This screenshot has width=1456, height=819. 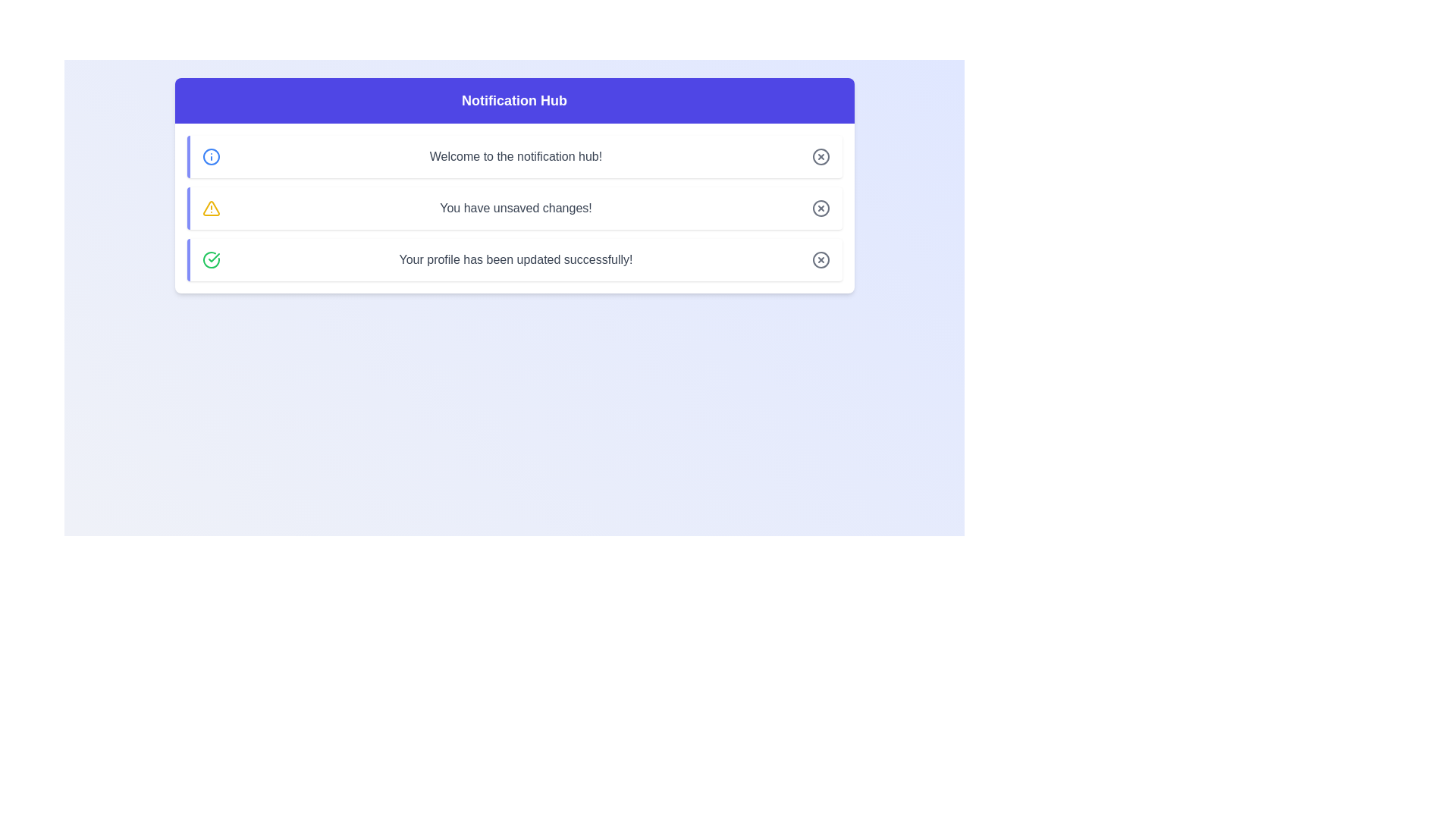 I want to click on the welcome message text label located within the first notification card in the notification hub, positioned between the information icon and the close button, so click(x=516, y=157).